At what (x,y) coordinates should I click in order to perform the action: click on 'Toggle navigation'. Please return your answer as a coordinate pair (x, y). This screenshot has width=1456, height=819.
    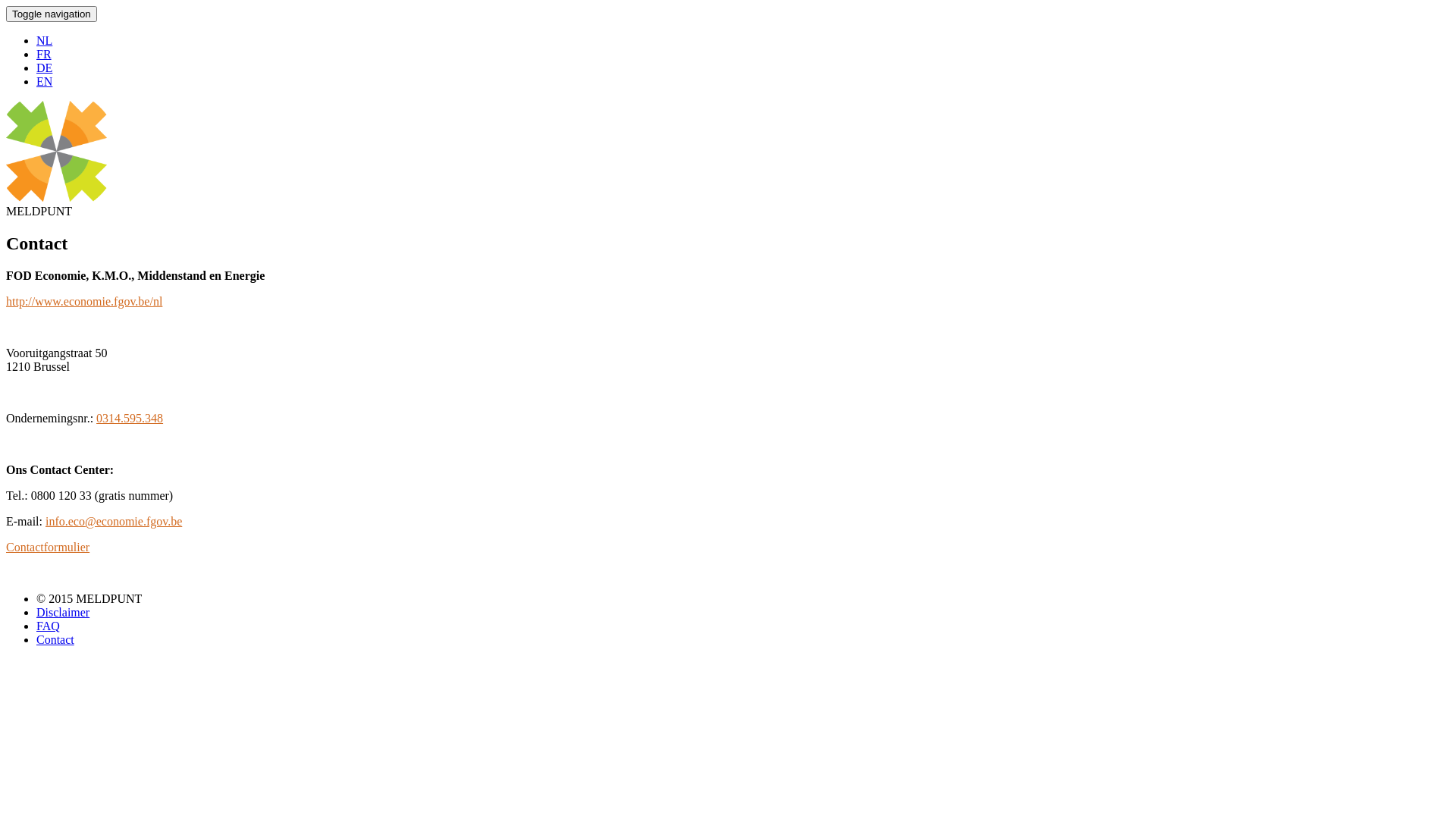
    Looking at the image, I should click on (51, 14).